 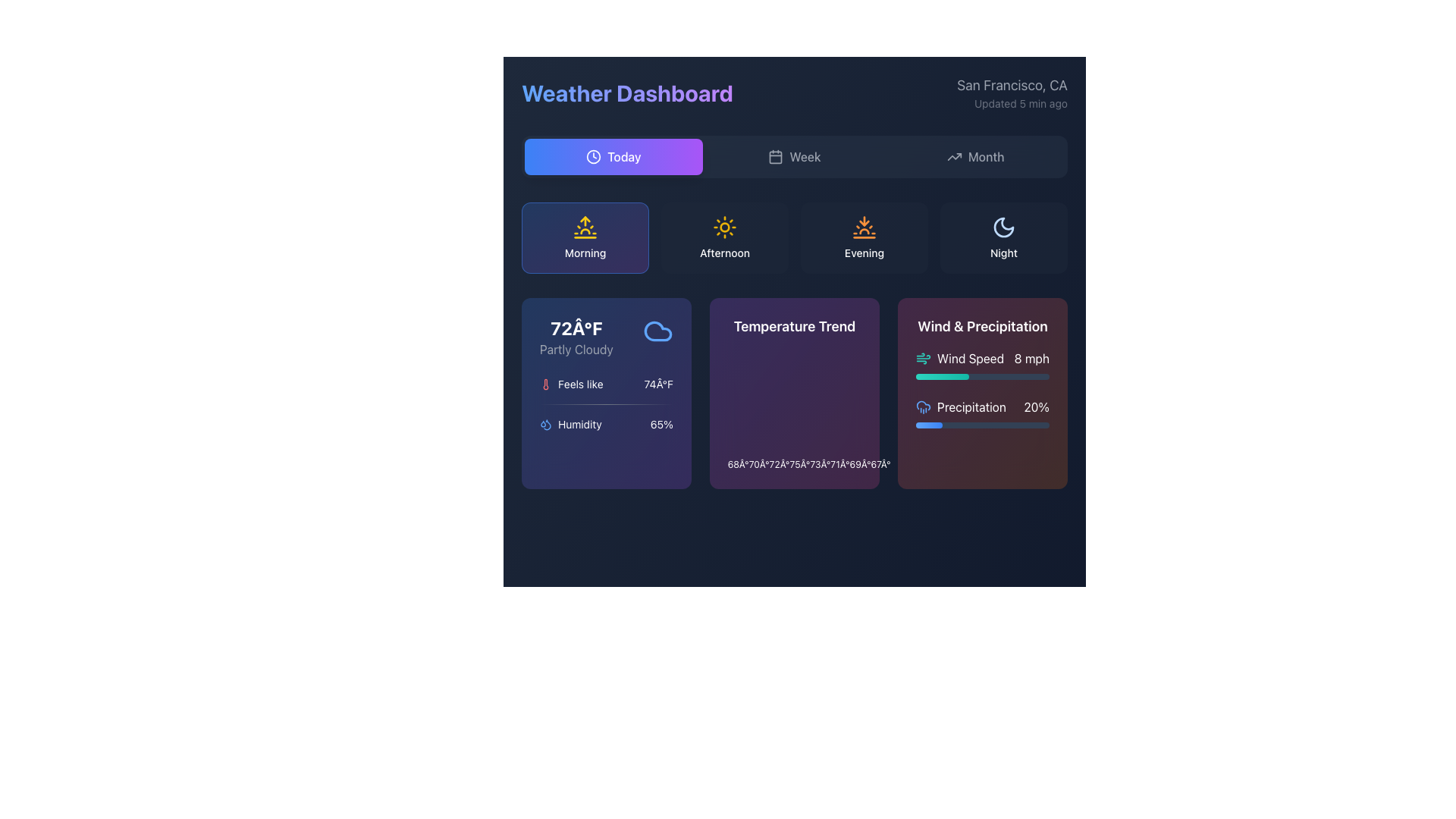 I want to click on the label with an icon that identifies the humidity information in the weather details card located at the bottom-left corner of the card, so click(x=570, y=424).